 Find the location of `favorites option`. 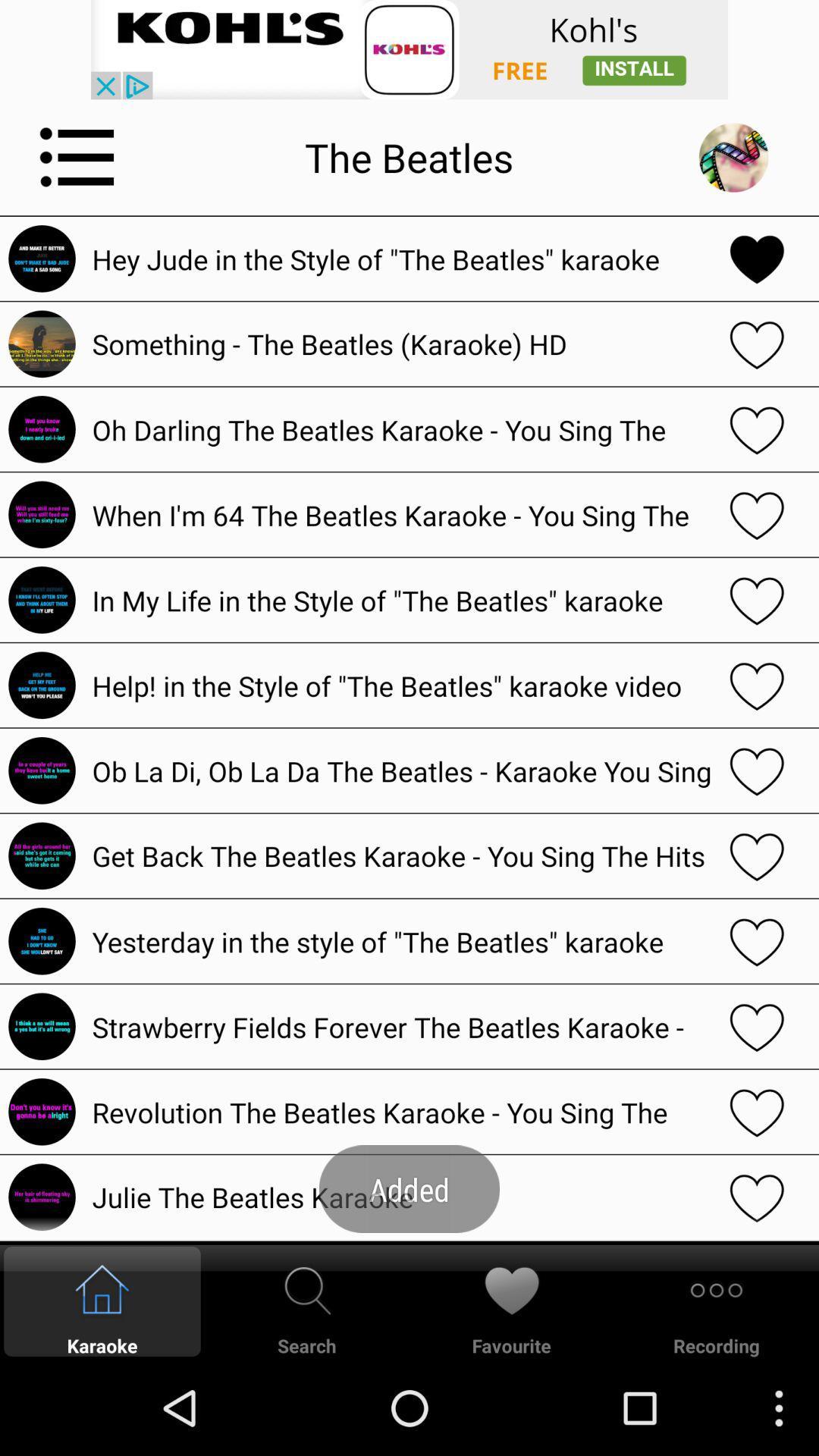

favorites option is located at coordinates (757, 1026).